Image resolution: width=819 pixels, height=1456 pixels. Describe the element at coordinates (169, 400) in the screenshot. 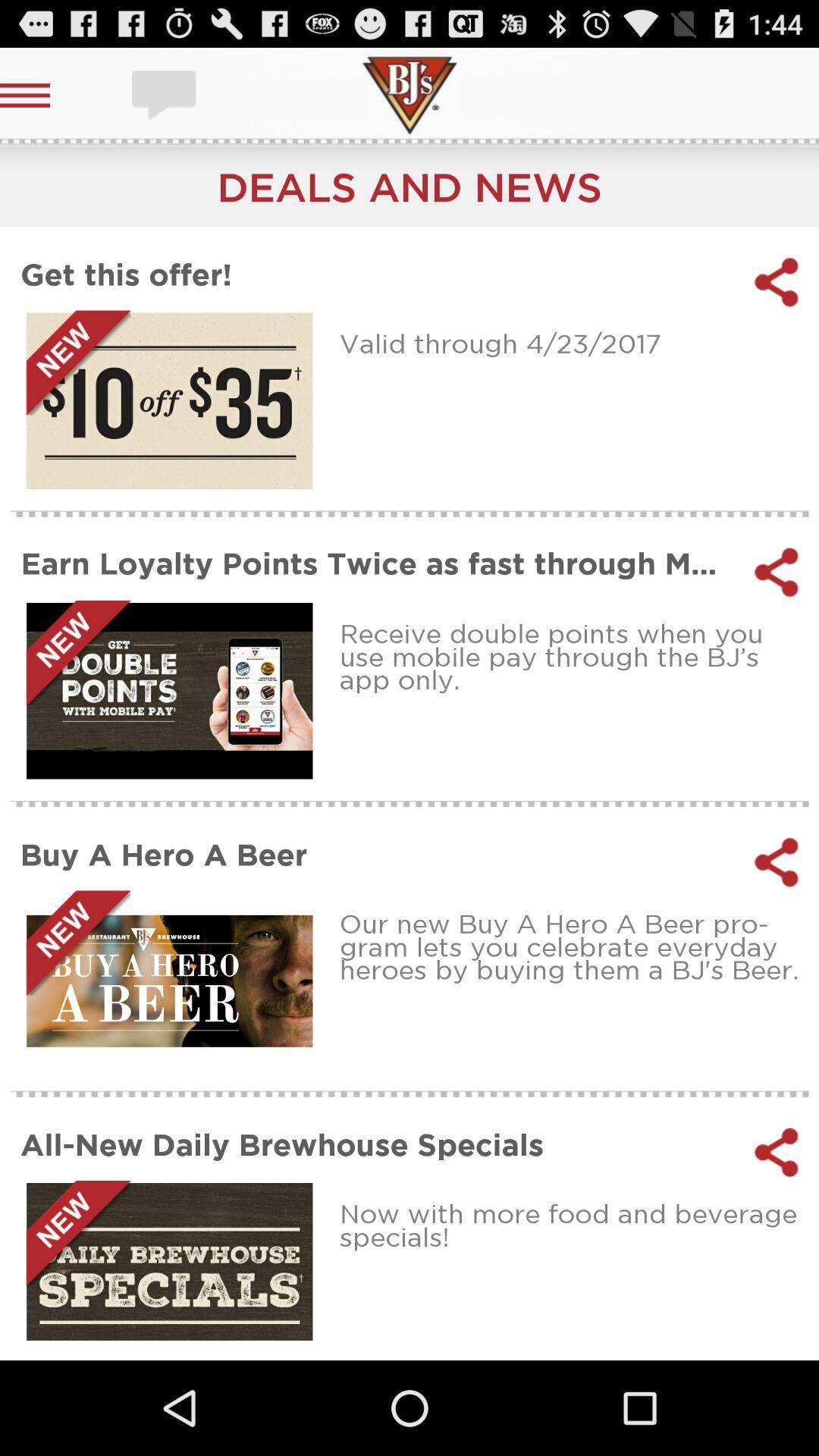

I see `this offer` at that location.